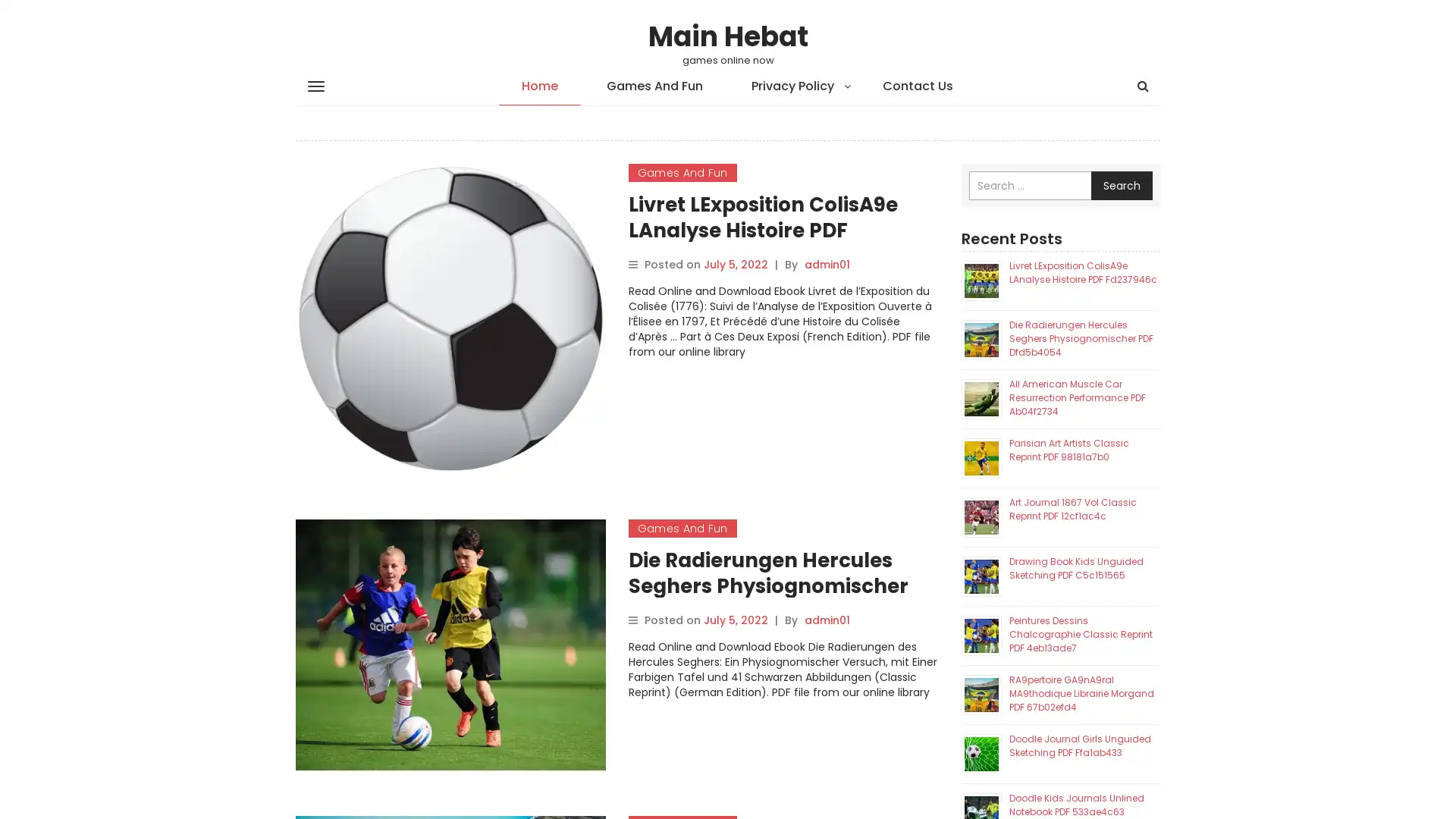 The width and height of the screenshot is (1456, 819). What do you see at coordinates (1122, 185) in the screenshot?
I see `Search` at bounding box center [1122, 185].